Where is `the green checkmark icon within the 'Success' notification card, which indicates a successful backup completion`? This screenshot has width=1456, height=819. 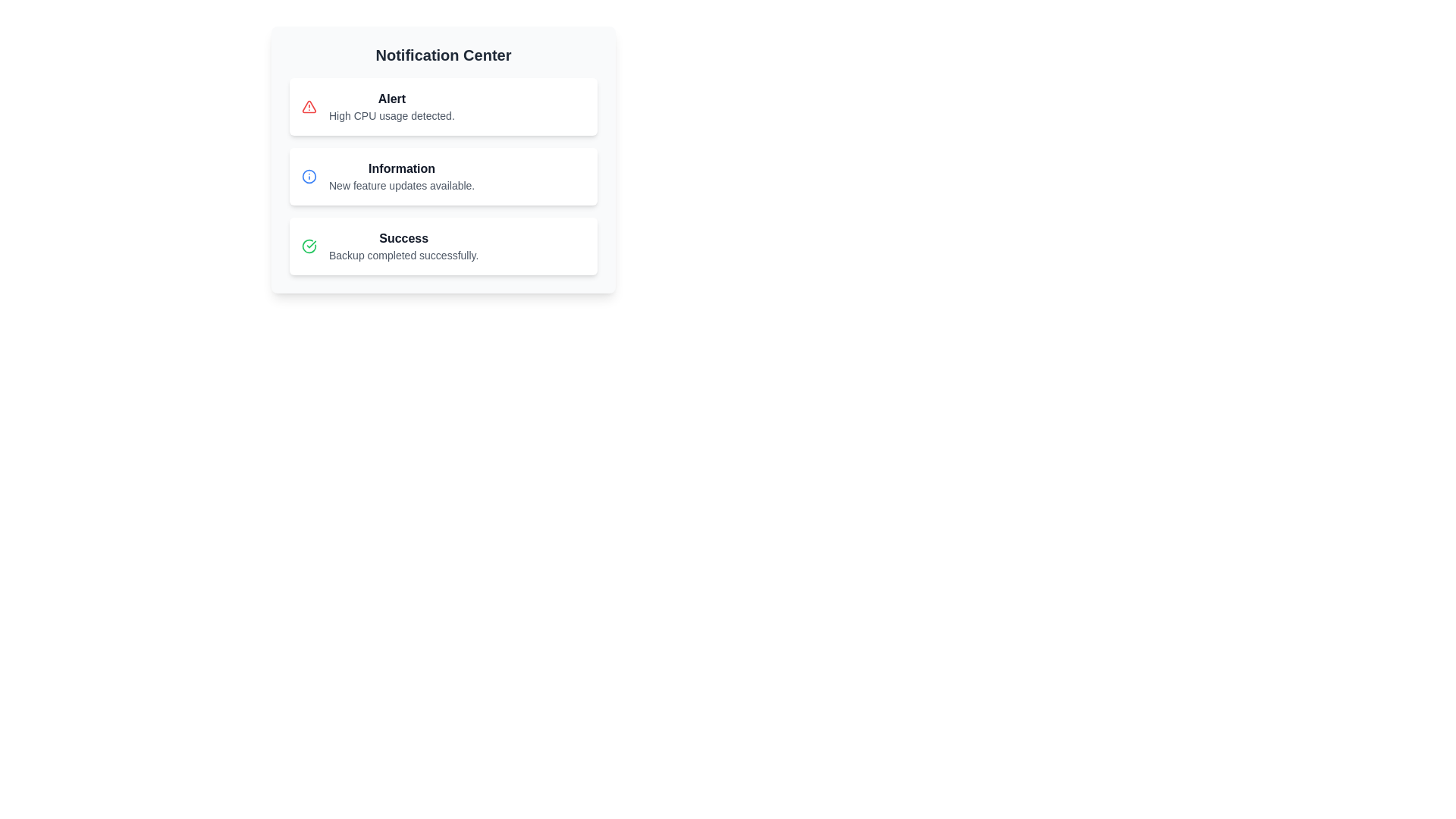 the green checkmark icon within the 'Success' notification card, which indicates a successful backup completion is located at coordinates (309, 245).